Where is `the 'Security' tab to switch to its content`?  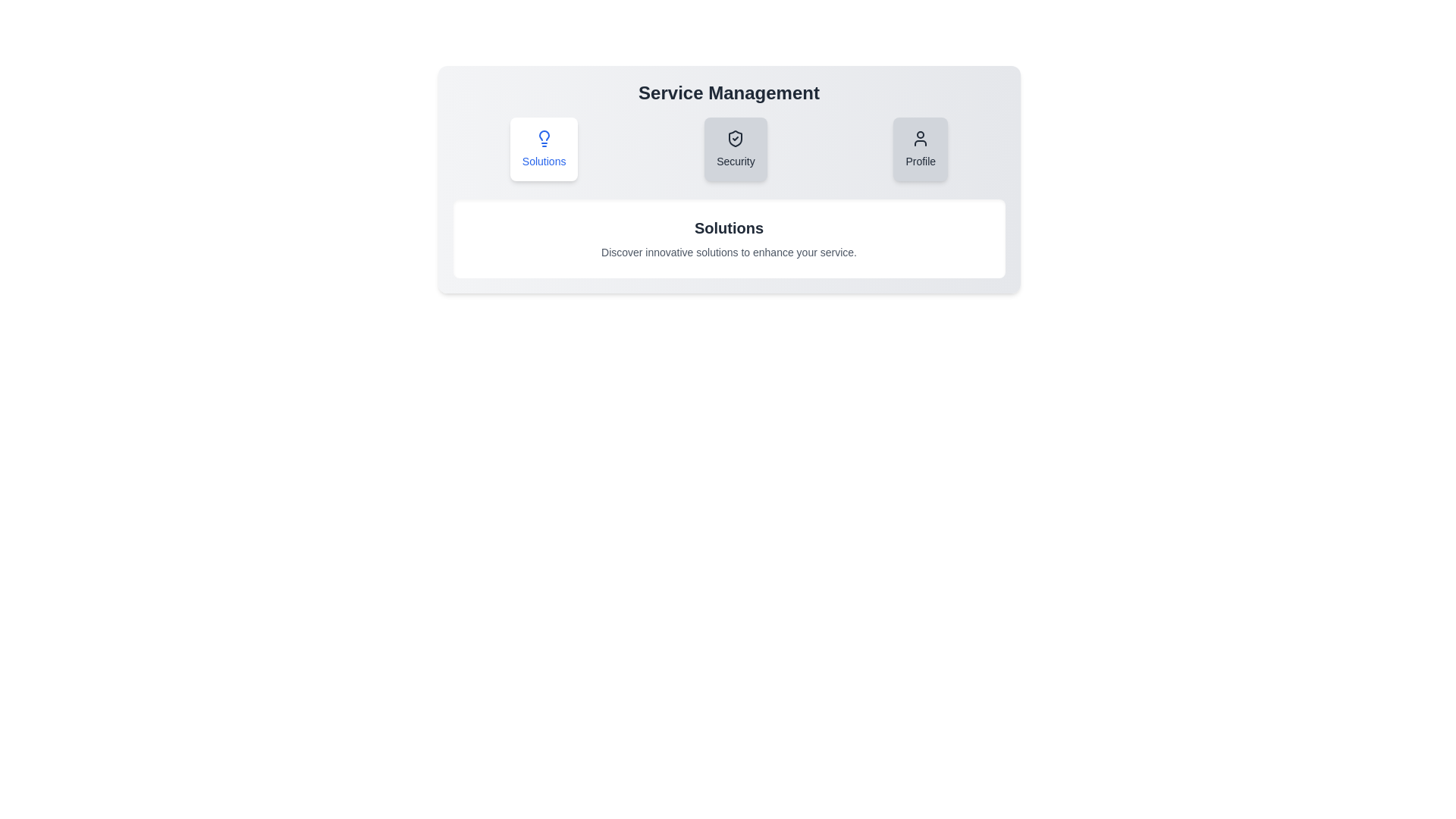 the 'Security' tab to switch to its content is located at coordinates (735, 149).